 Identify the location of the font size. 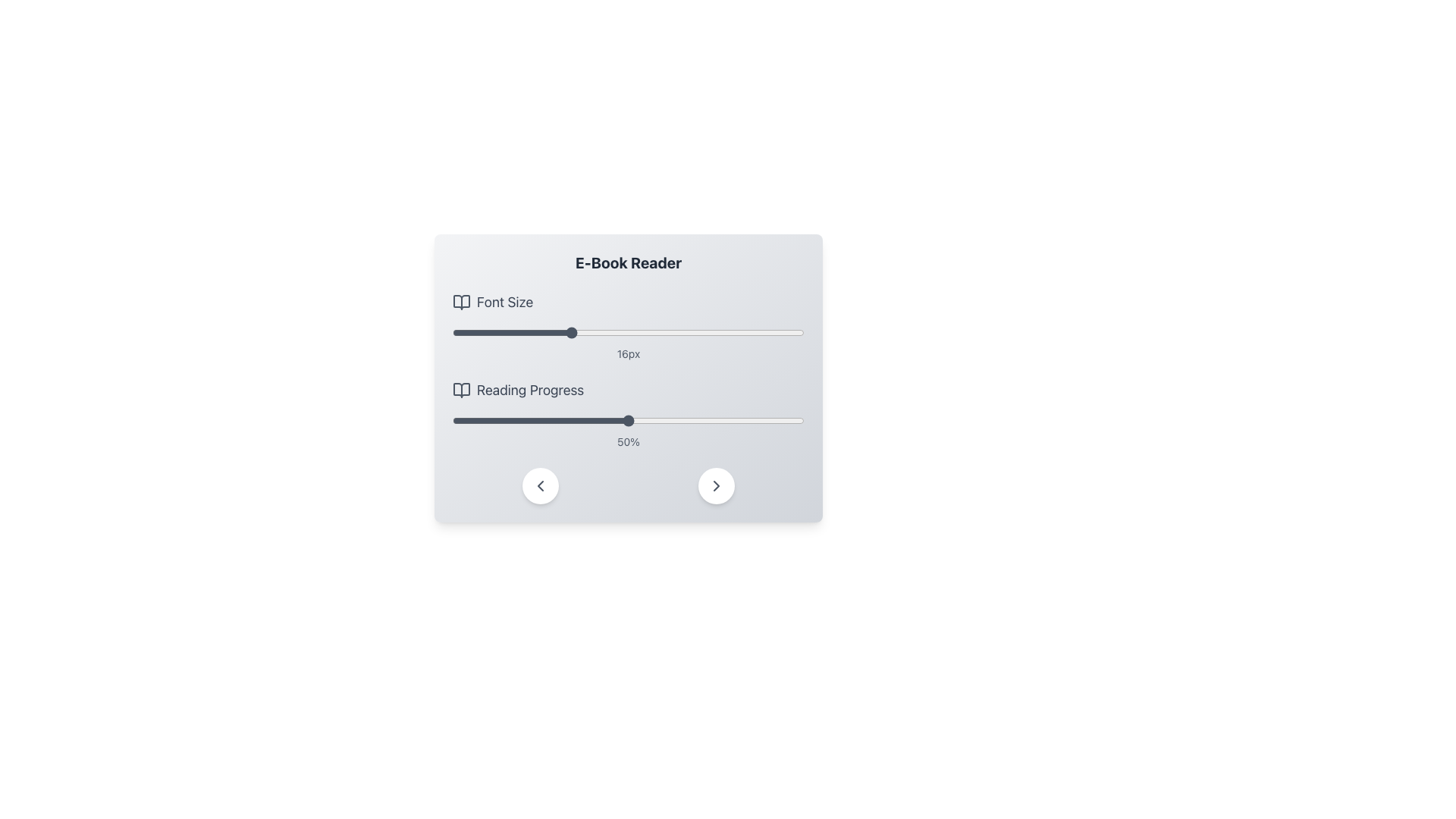
(686, 332).